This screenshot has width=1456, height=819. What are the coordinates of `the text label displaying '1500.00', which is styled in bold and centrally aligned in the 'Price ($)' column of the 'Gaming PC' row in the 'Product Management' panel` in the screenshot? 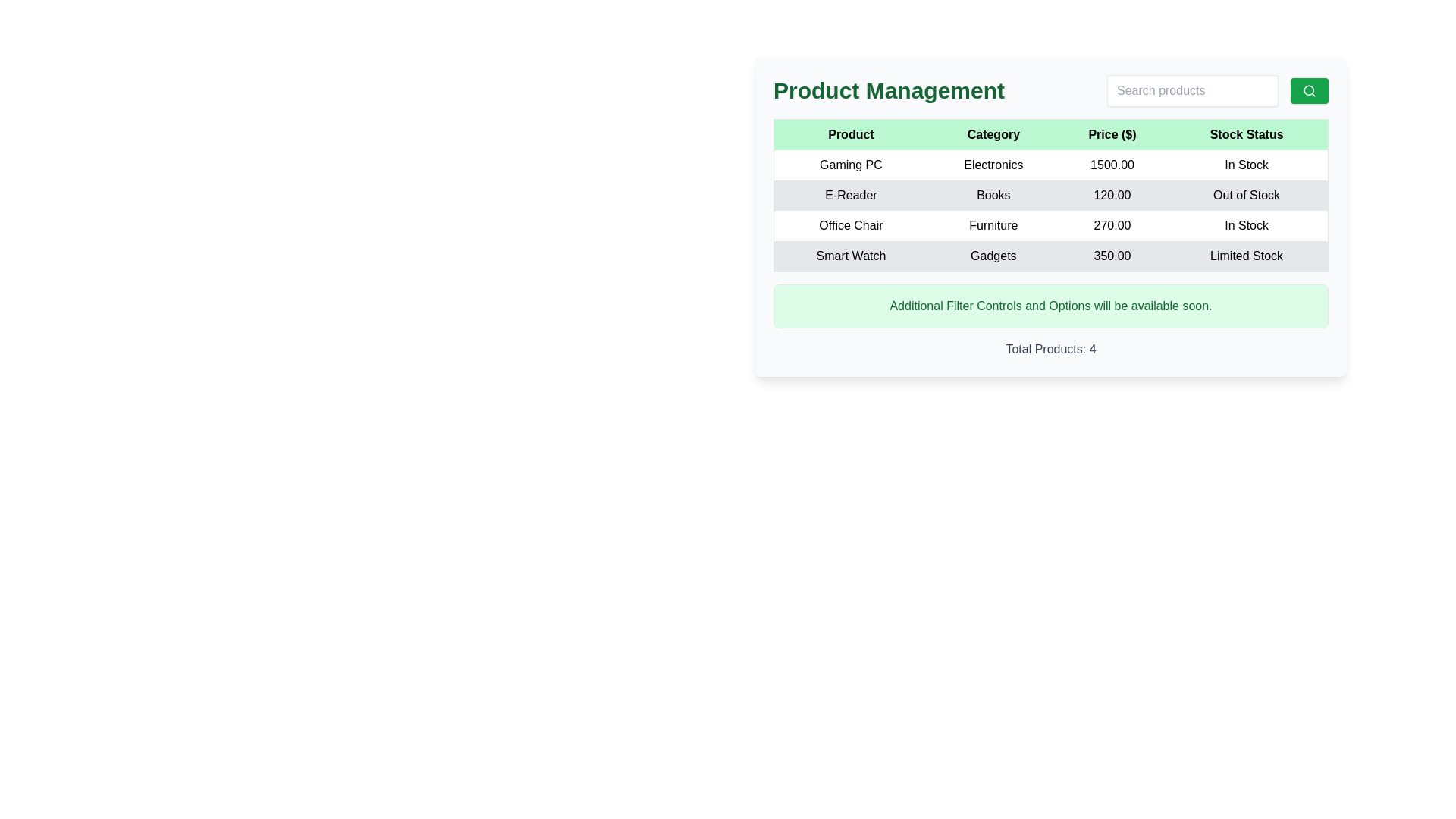 It's located at (1112, 165).